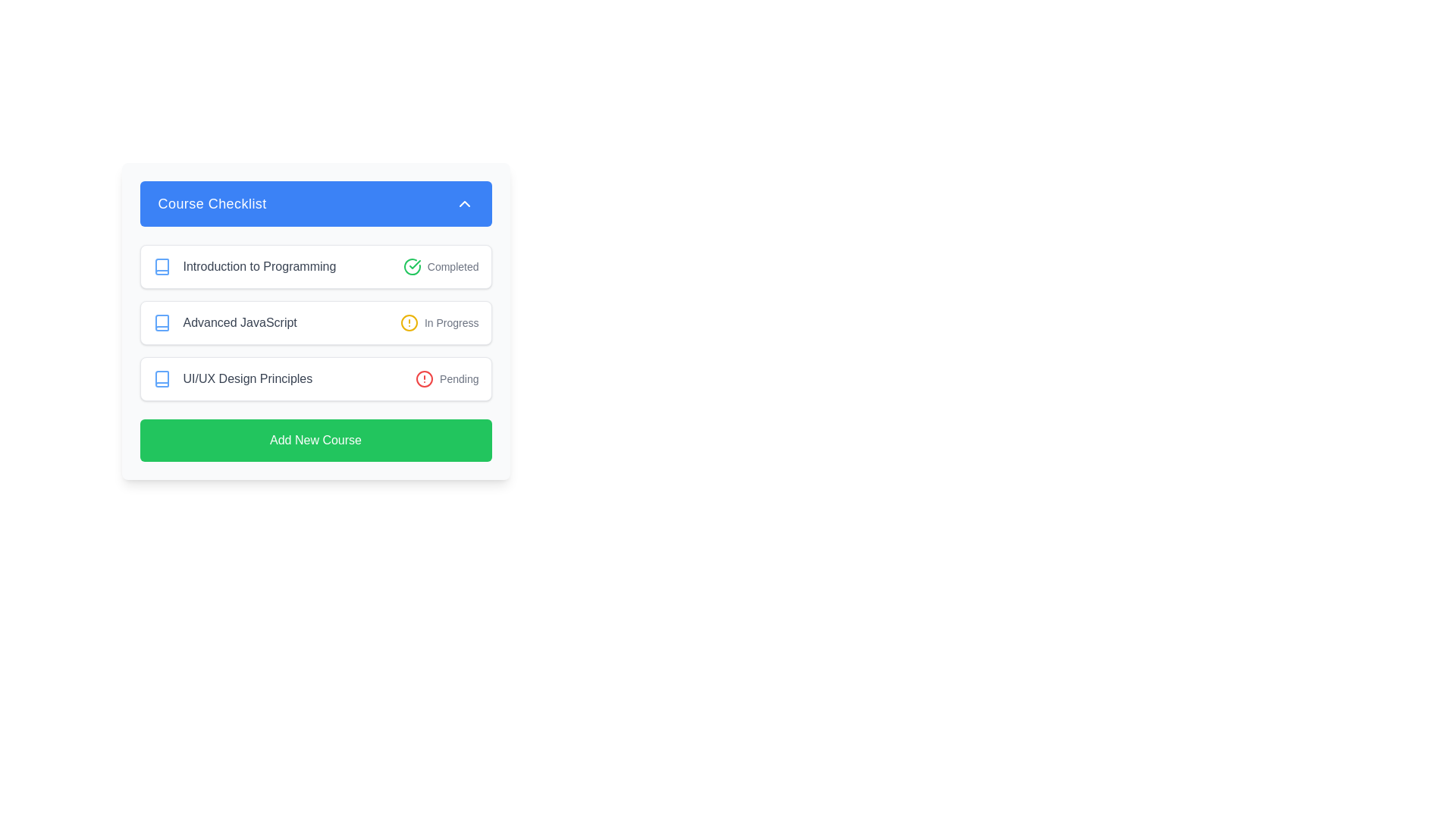 This screenshot has width=1456, height=819. Describe the element at coordinates (315, 378) in the screenshot. I see `the Information card displaying the status and title of the course 'UI/UX Design Principles', which is the third item in the vertical list of course cards` at that location.